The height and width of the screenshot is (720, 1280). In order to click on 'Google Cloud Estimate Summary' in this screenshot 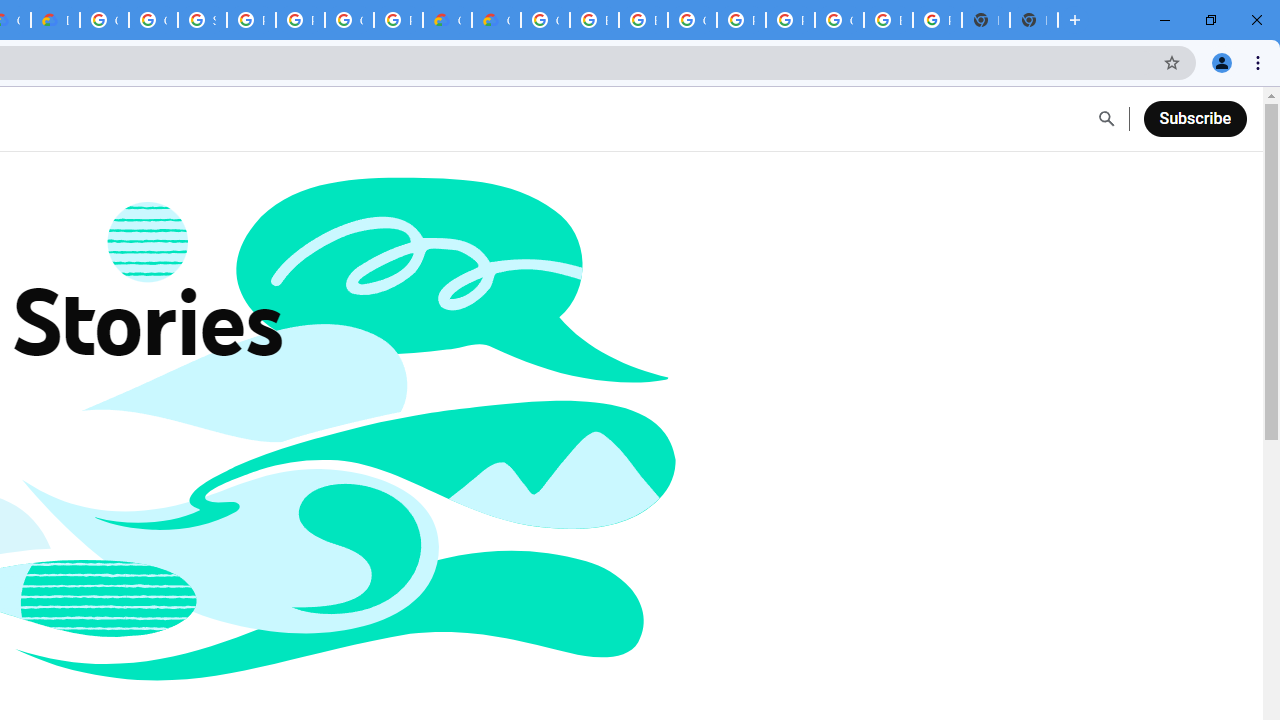, I will do `click(496, 20)`.